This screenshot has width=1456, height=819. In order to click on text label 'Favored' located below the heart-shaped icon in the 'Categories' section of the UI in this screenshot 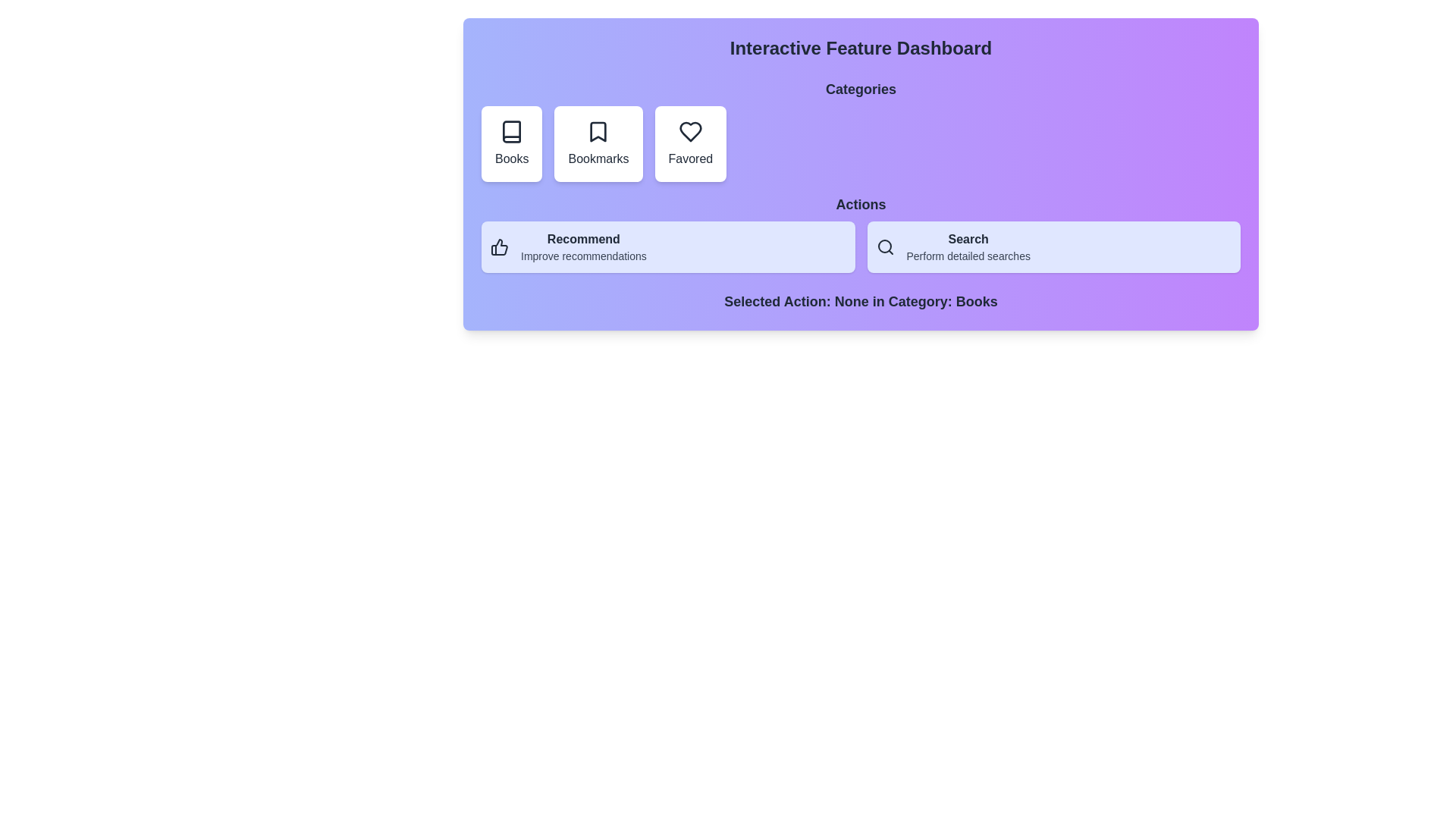, I will do `click(689, 158)`.